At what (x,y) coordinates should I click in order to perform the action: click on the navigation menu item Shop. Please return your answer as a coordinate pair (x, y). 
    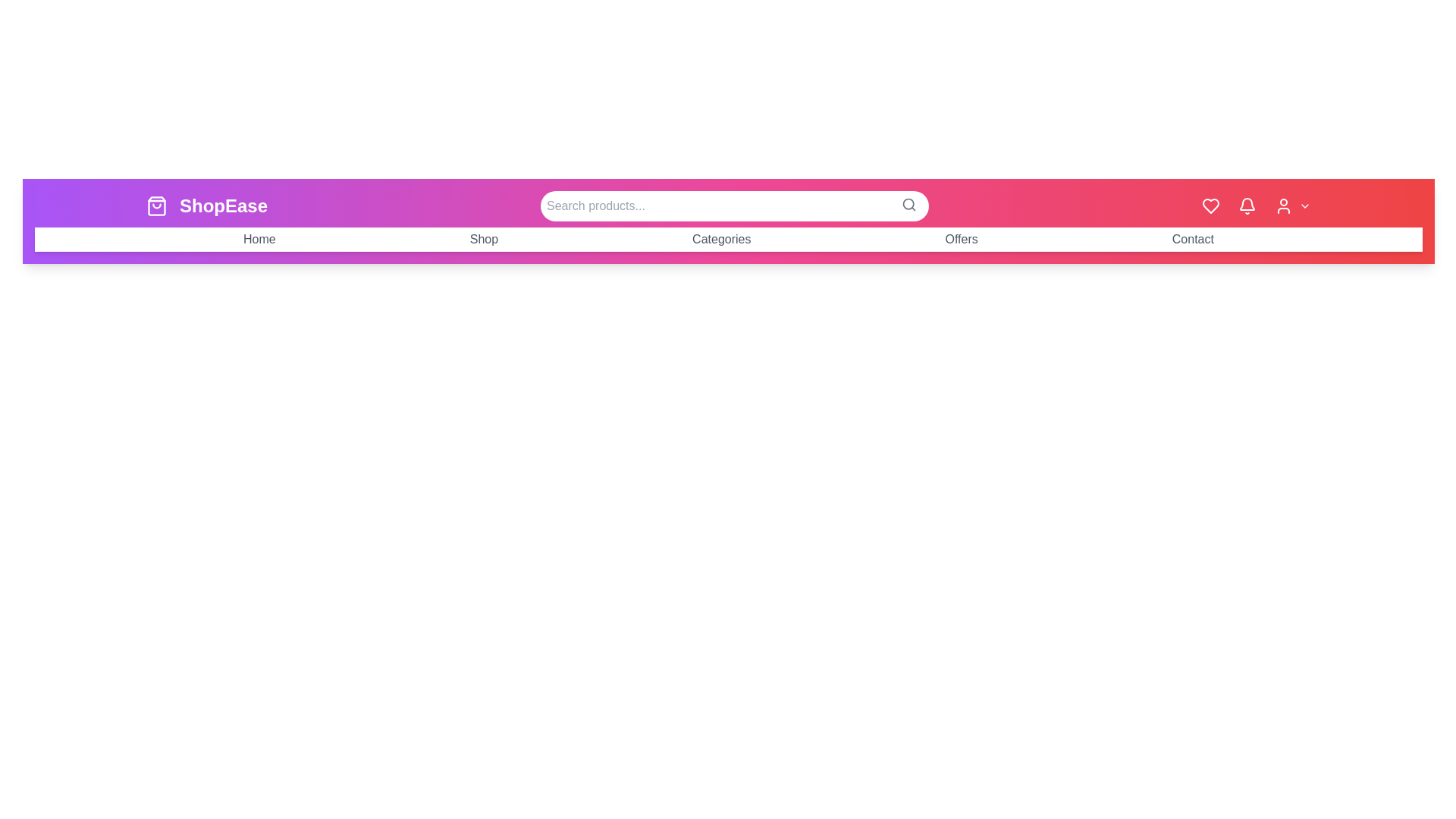
    Looking at the image, I should click on (483, 239).